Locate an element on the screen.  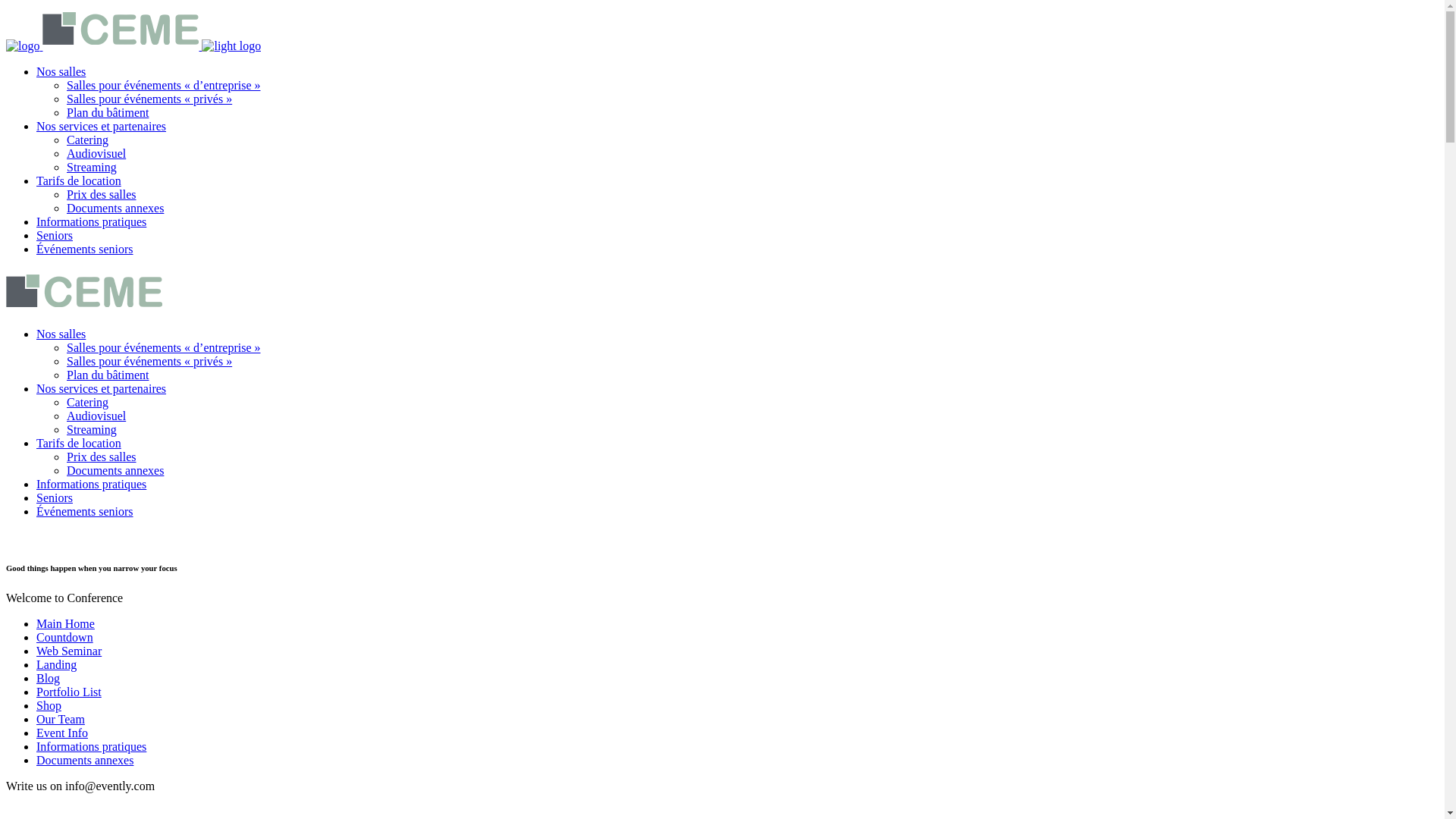
'Nos services et partenaires' is located at coordinates (100, 388).